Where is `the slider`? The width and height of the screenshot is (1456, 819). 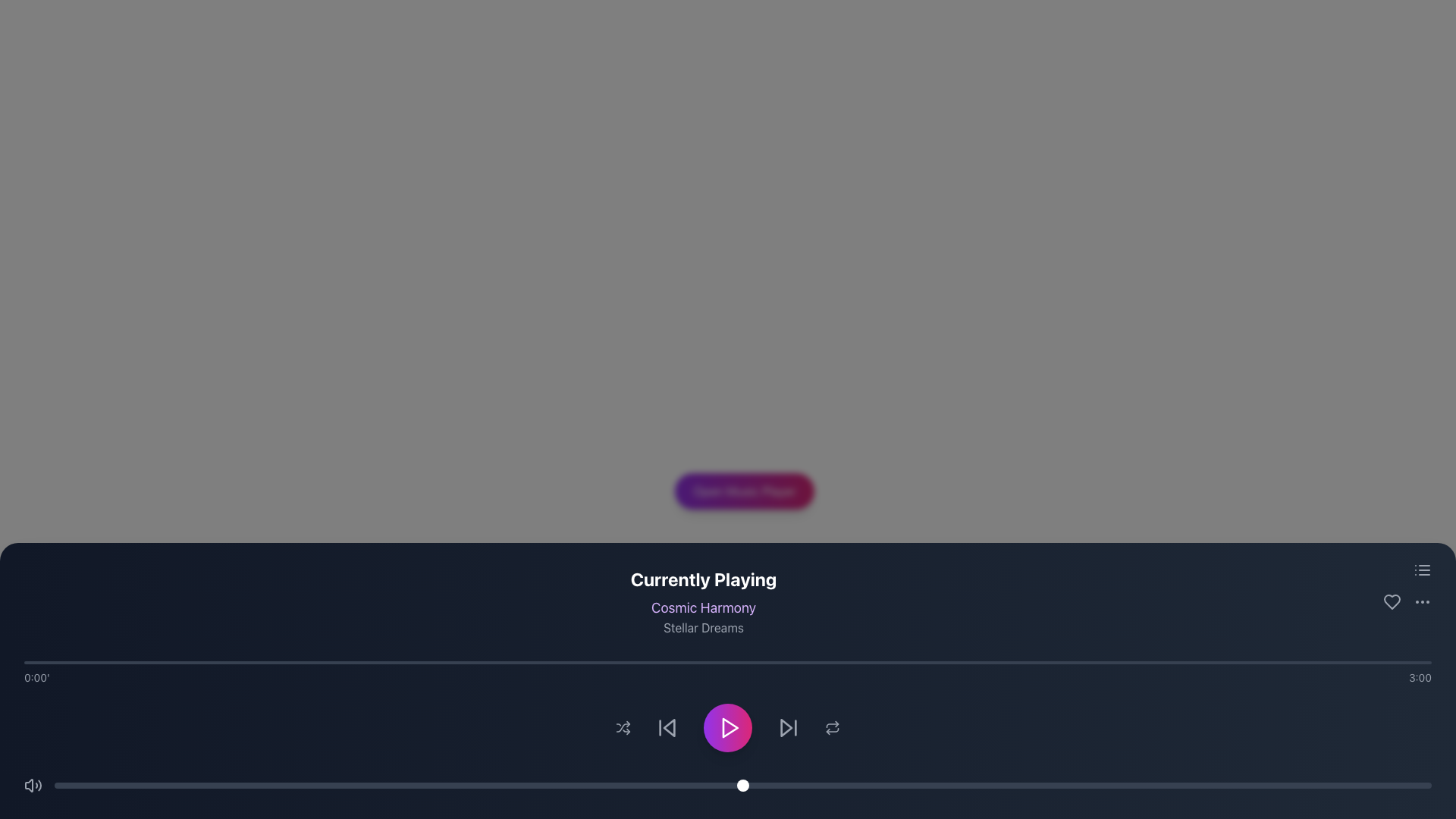 the slider is located at coordinates (1155, 785).